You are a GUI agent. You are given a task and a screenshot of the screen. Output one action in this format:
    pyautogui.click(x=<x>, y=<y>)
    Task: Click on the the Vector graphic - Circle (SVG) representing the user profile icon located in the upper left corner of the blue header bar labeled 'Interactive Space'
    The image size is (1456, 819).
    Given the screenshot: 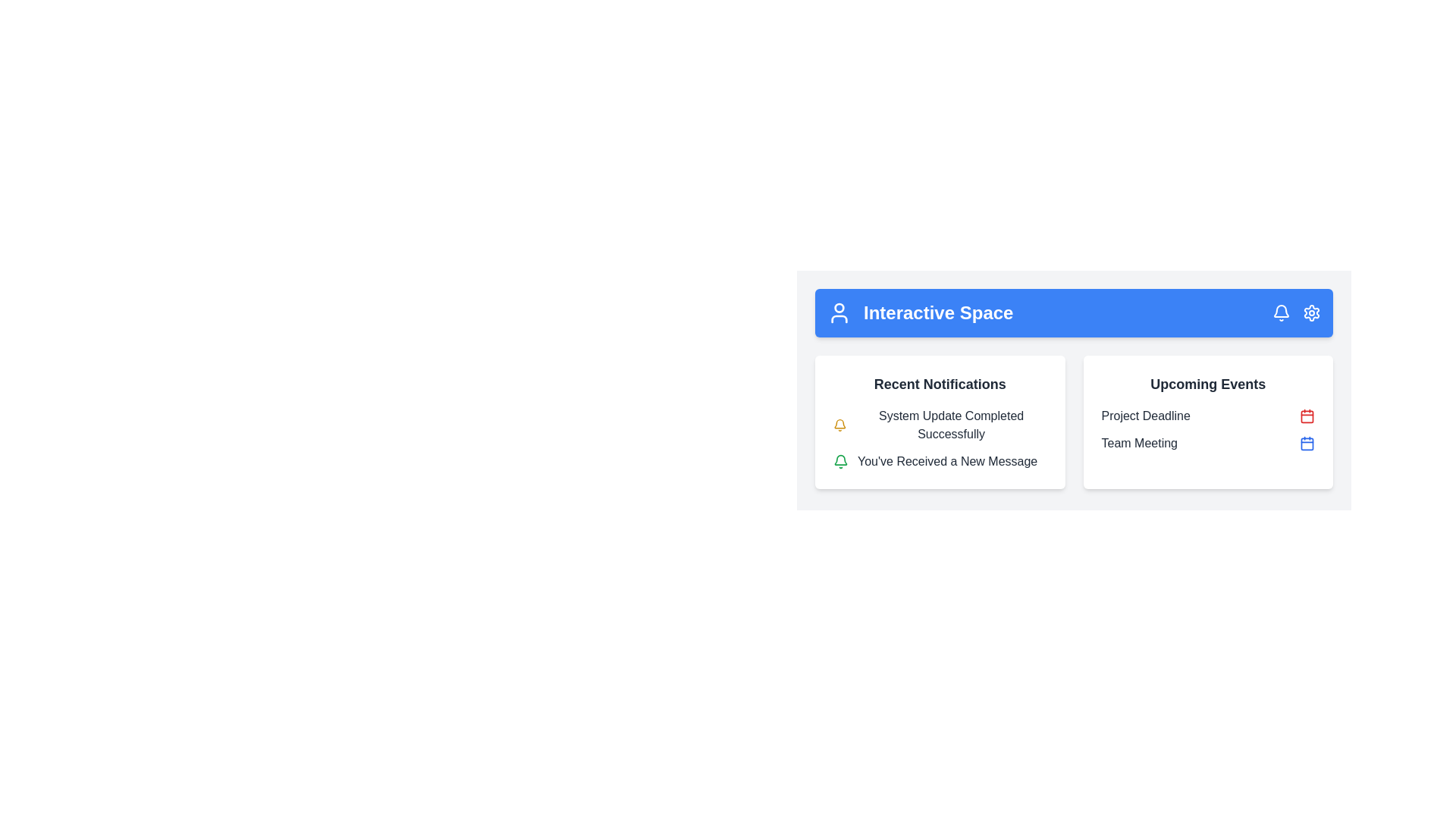 What is the action you would take?
    pyautogui.click(x=839, y=307)
    